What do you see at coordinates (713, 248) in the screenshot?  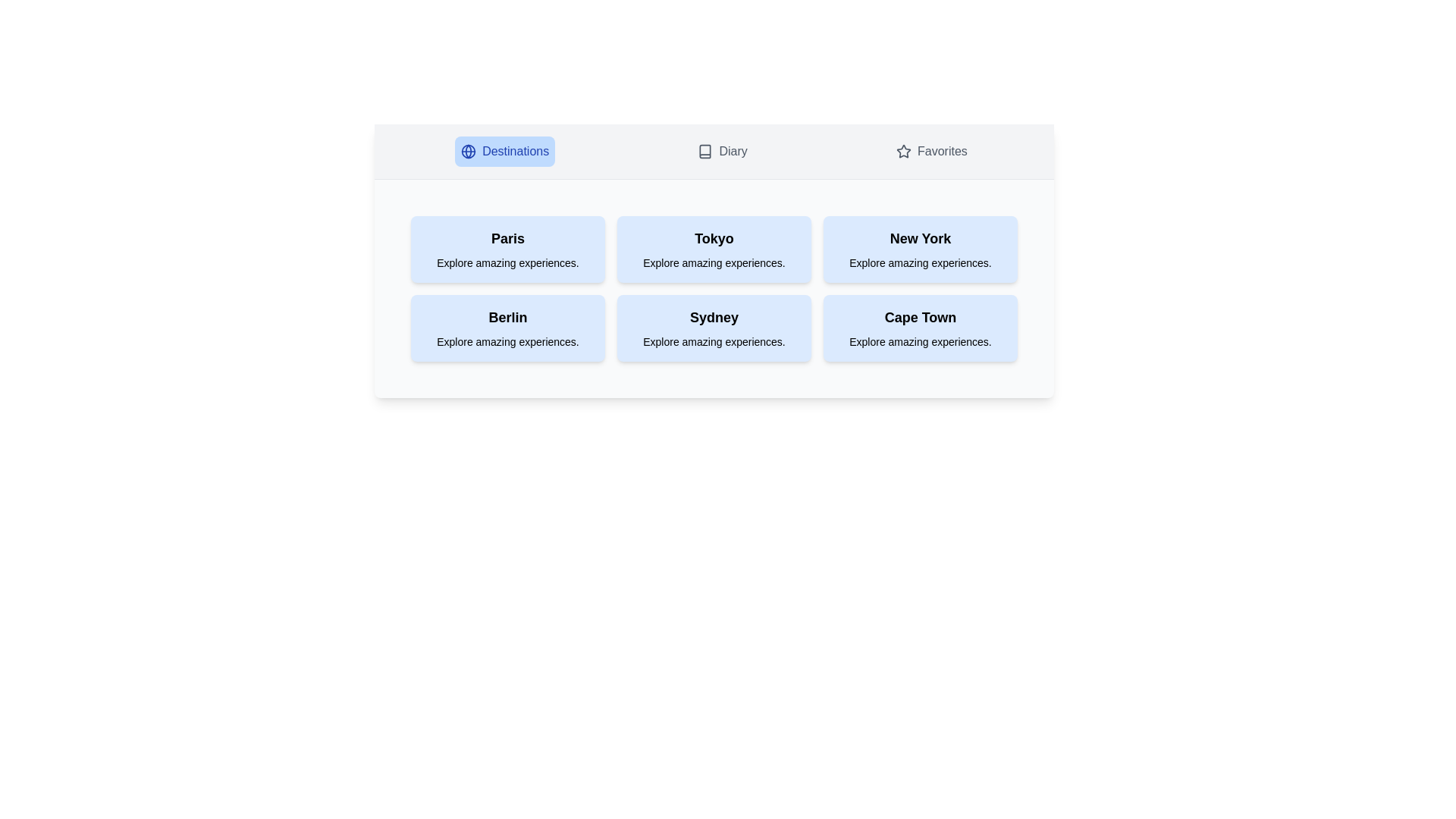 I see `the destination card labeled Tokyo` at bounding box center [713, 248].